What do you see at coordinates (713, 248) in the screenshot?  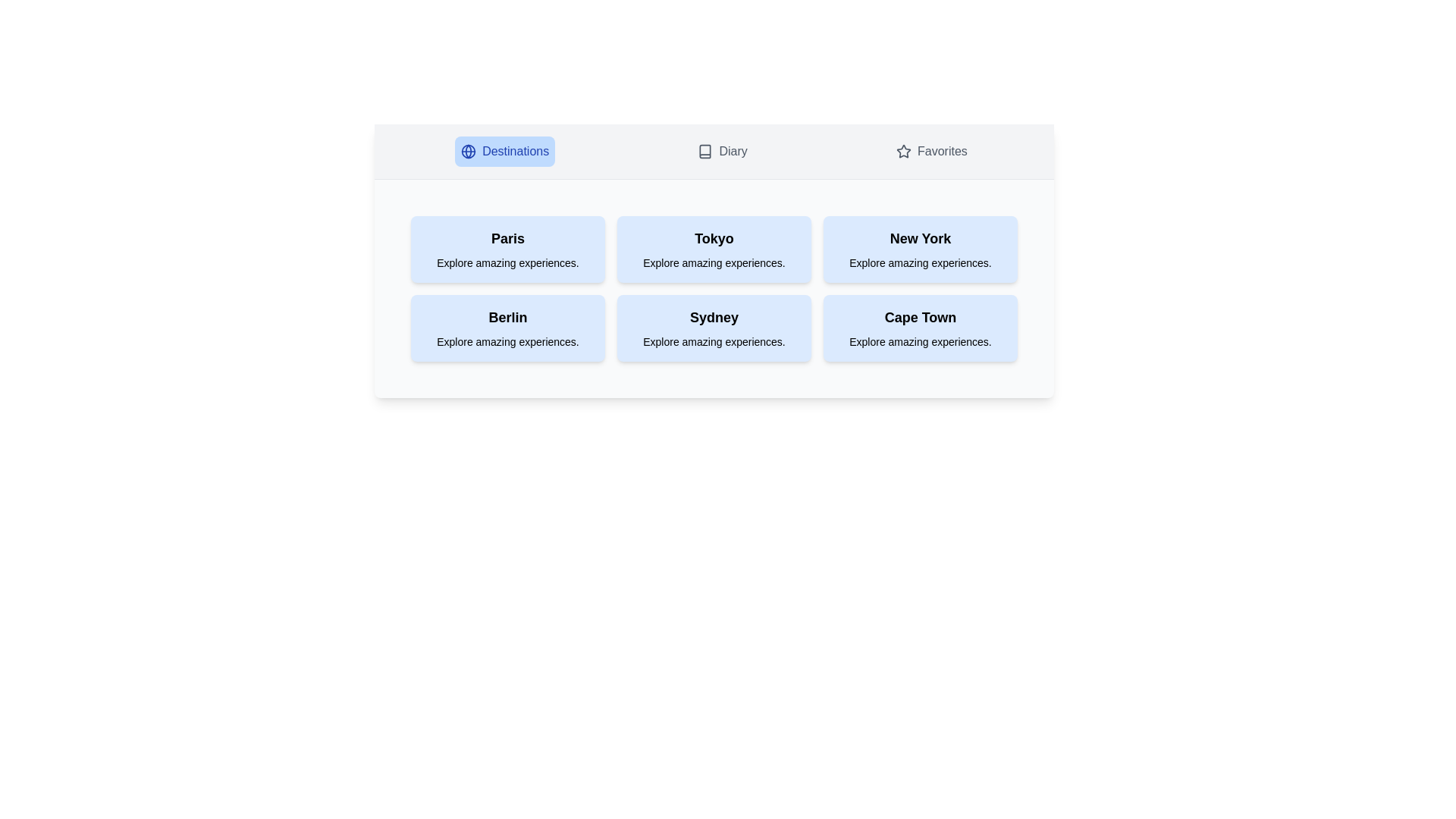 I see `the destination card labeled Tokyo` at bounding box center [713, 248].